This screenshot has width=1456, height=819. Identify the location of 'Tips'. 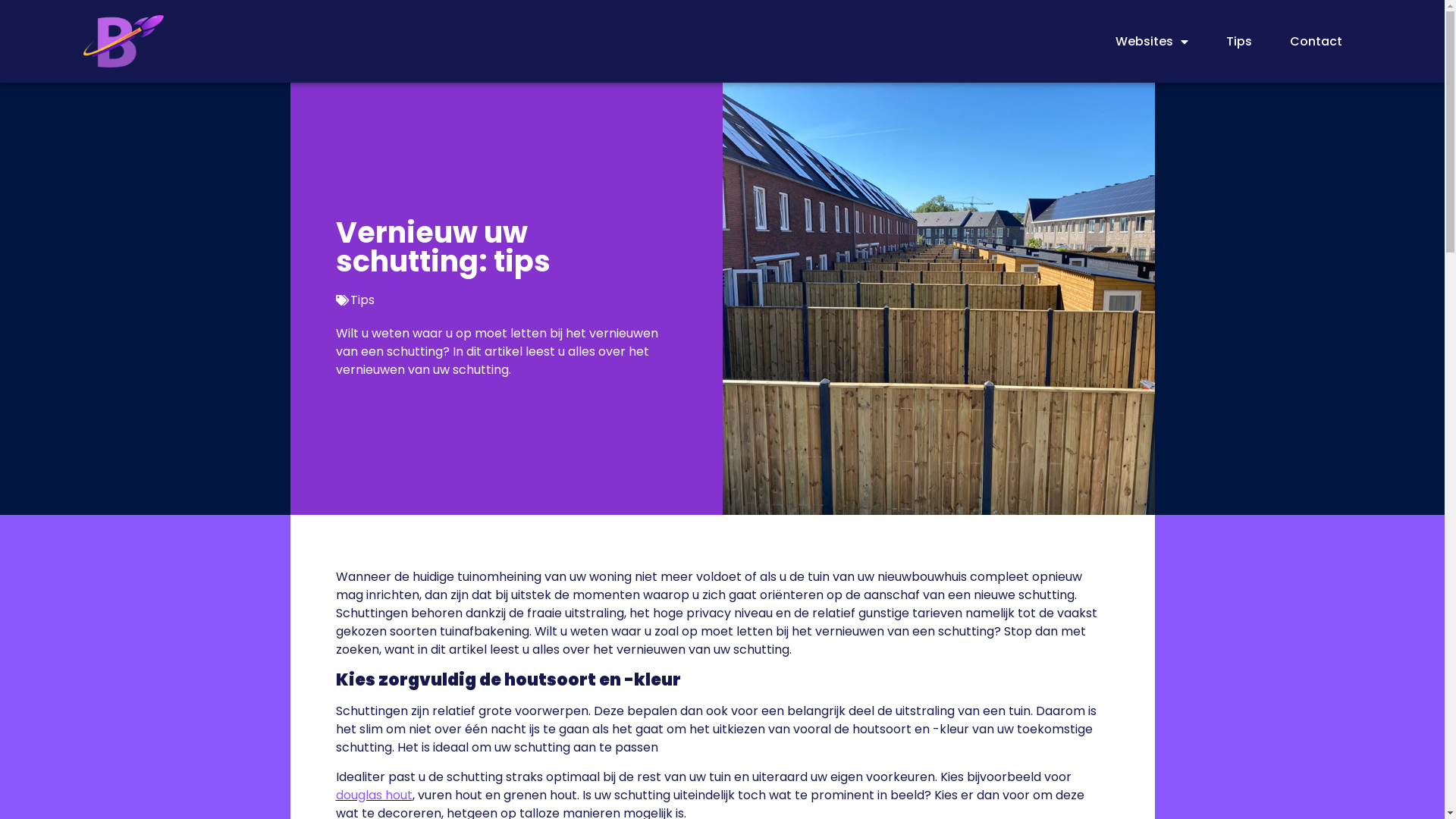
(1238, 40).